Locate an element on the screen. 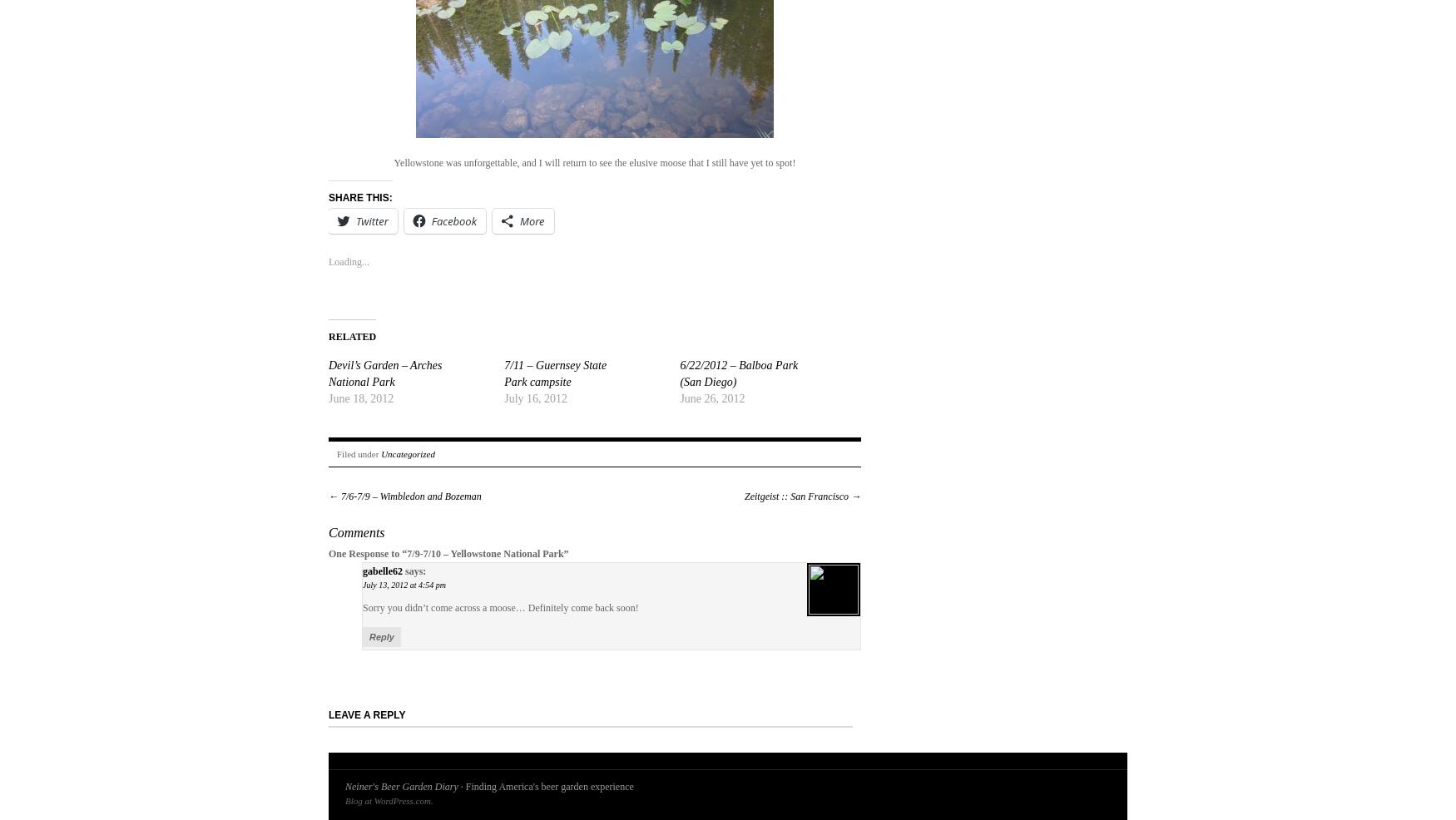 The height and width of the screenshot is (820, 1456). 'July 13, 2012 at 4:54 pm' is located at coordinates (404, 584).